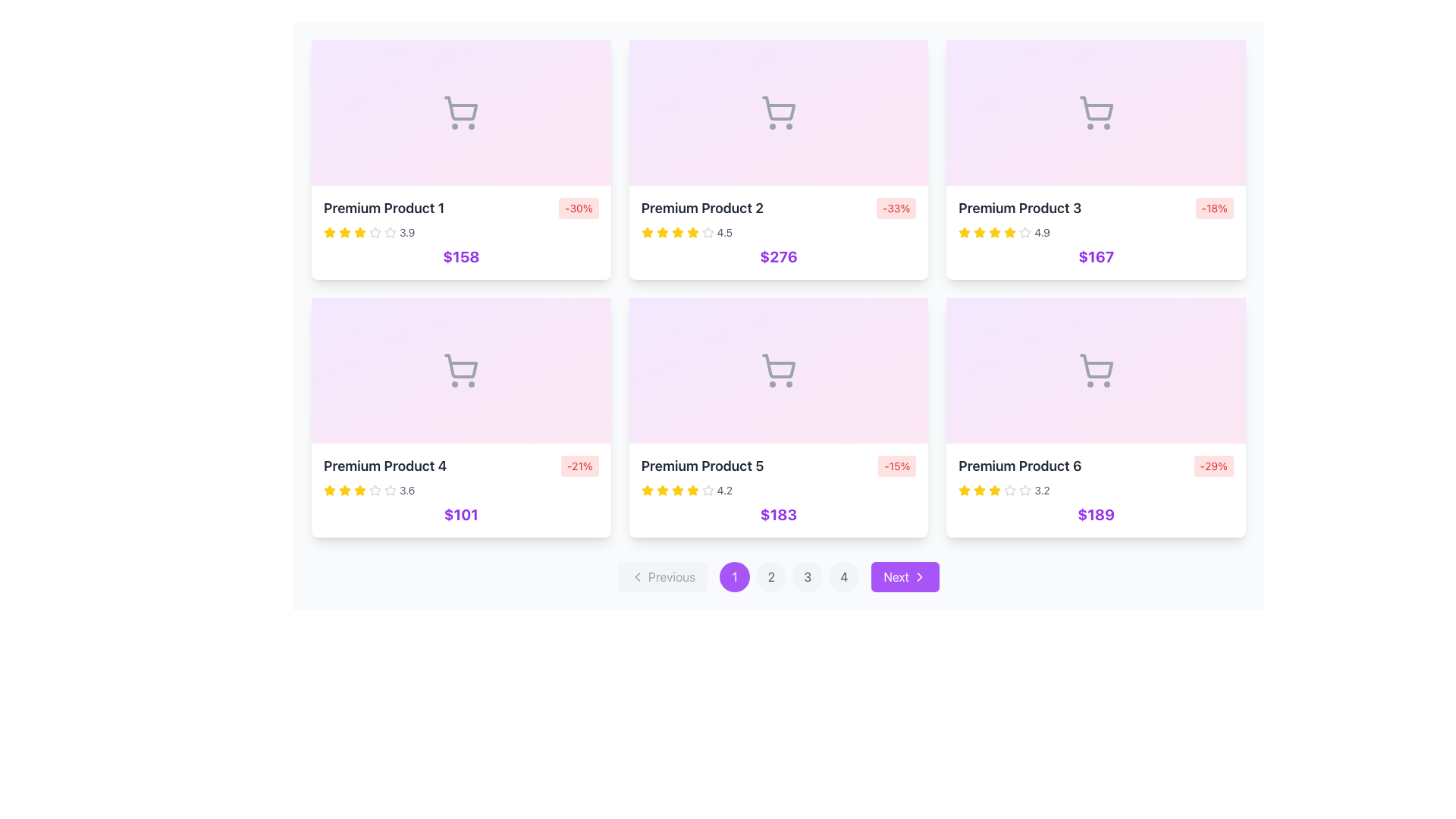 The image size is (1456, 819). What do you see at coordinates (995, 491) in the screenshot?
I see `the fourth star icon in the rating bar for the 'Premium Product 6' located at the bottom of the product tile` at bounding box center [995, 491].